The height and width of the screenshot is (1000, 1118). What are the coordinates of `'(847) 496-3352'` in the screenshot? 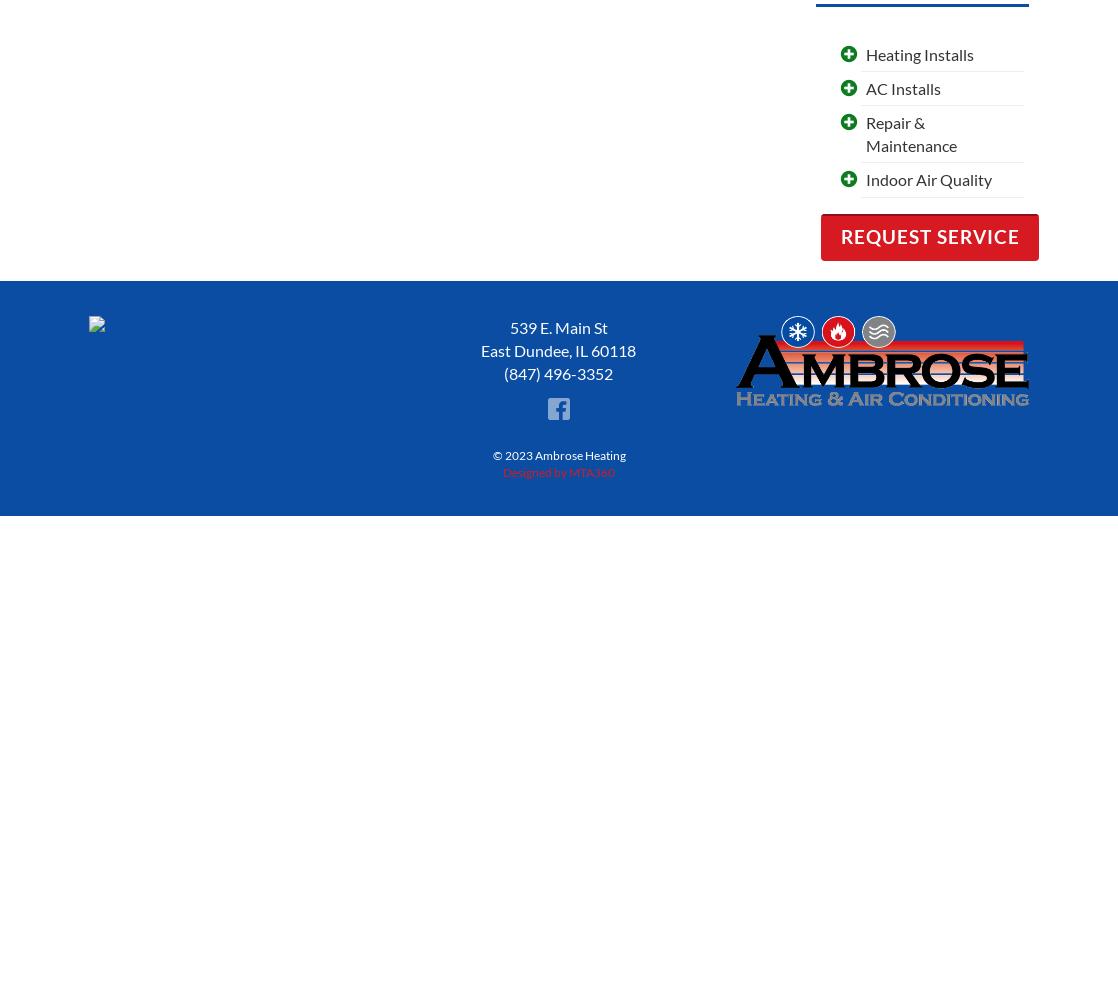 It's located at (557, 372).